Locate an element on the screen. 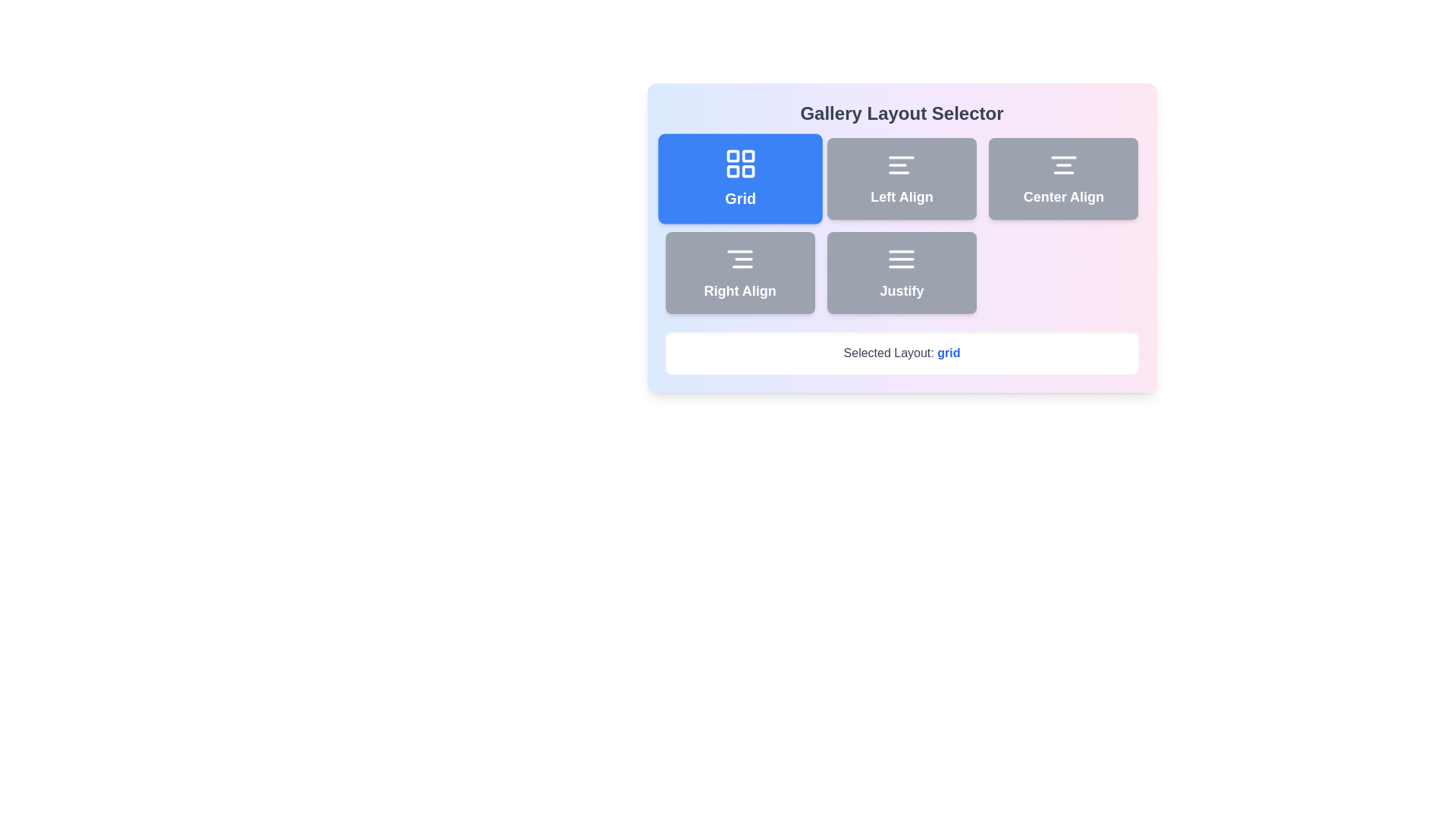 Image resolution: width=1456 pixels, height=819 pixels. the 'Justify' button, which contains an icon of three horizontal lines stacked with equal spacing is located at coordinates (902, 259).